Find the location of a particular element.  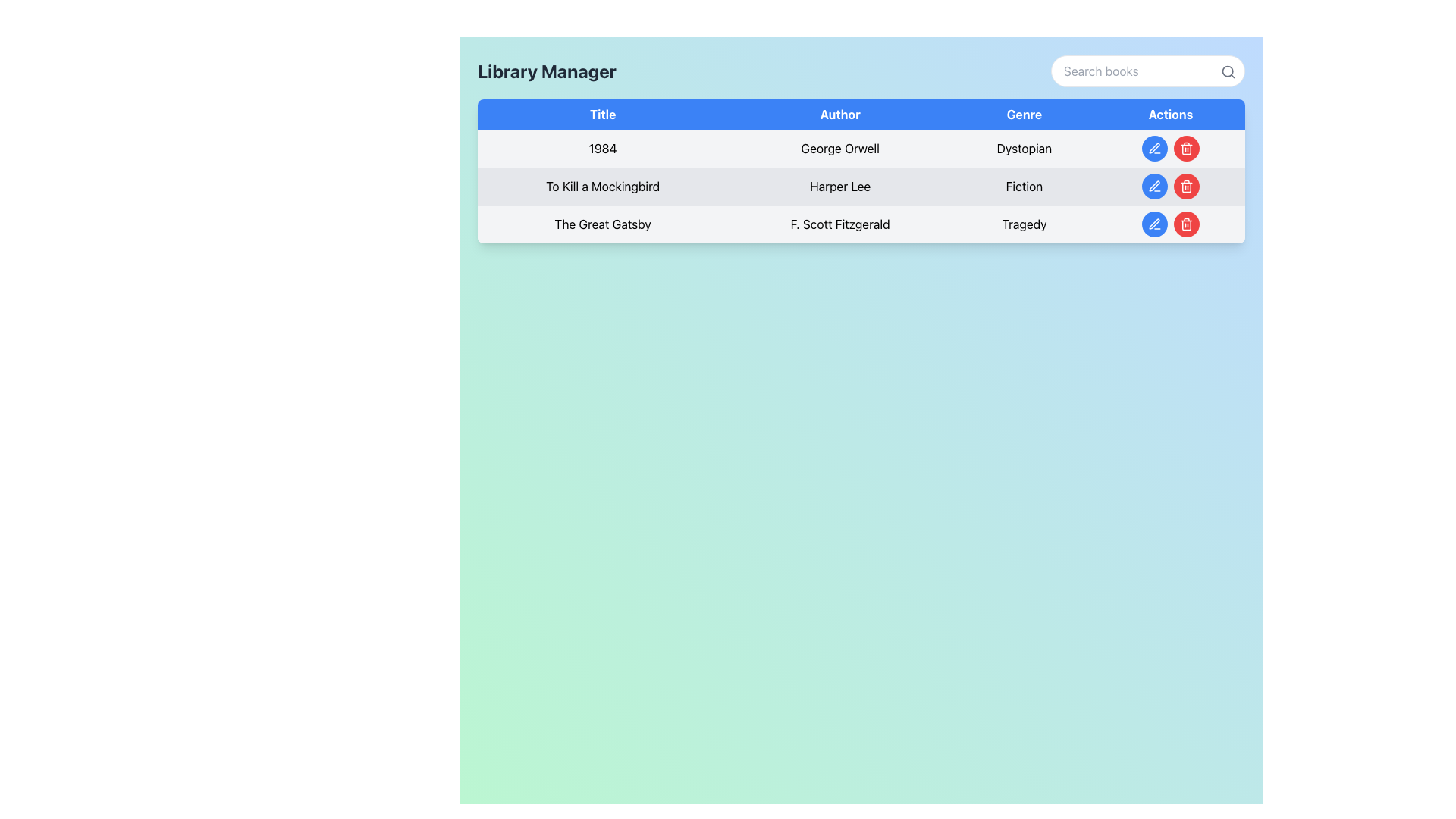

the 'Edit' button located in the 'Actions' column of the second row in the table is located at coordinates (1153, 186).